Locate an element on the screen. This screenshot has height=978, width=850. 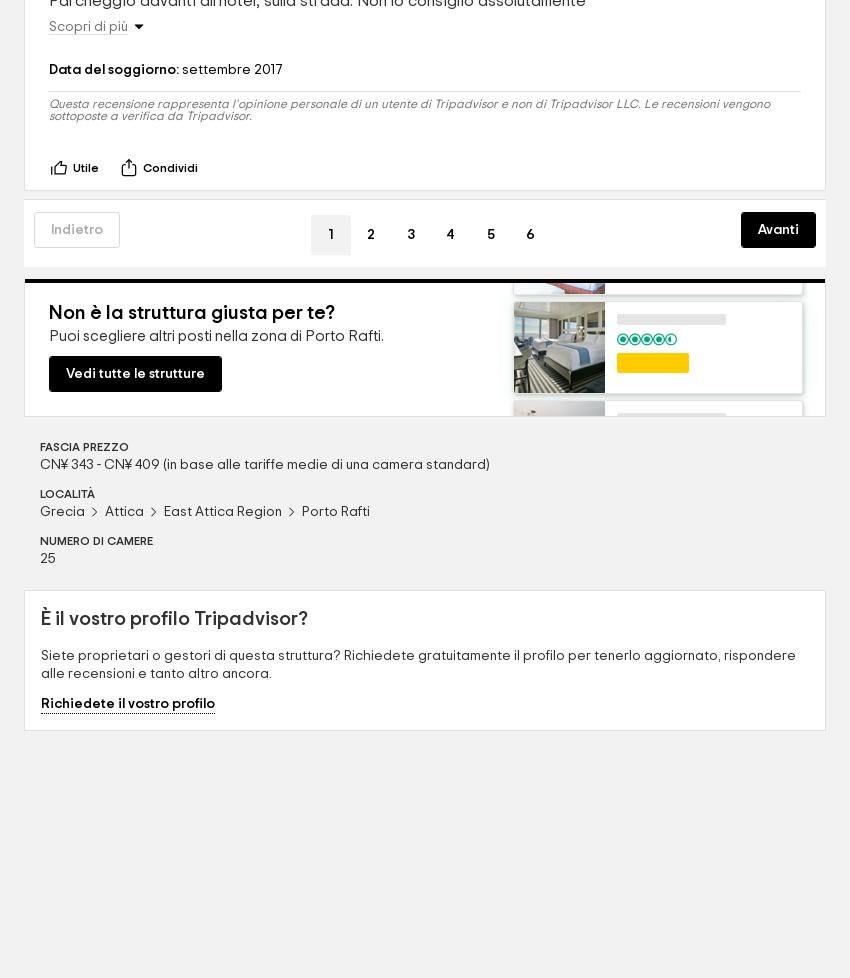
'Grecia' is located at coordinates (62, 511).